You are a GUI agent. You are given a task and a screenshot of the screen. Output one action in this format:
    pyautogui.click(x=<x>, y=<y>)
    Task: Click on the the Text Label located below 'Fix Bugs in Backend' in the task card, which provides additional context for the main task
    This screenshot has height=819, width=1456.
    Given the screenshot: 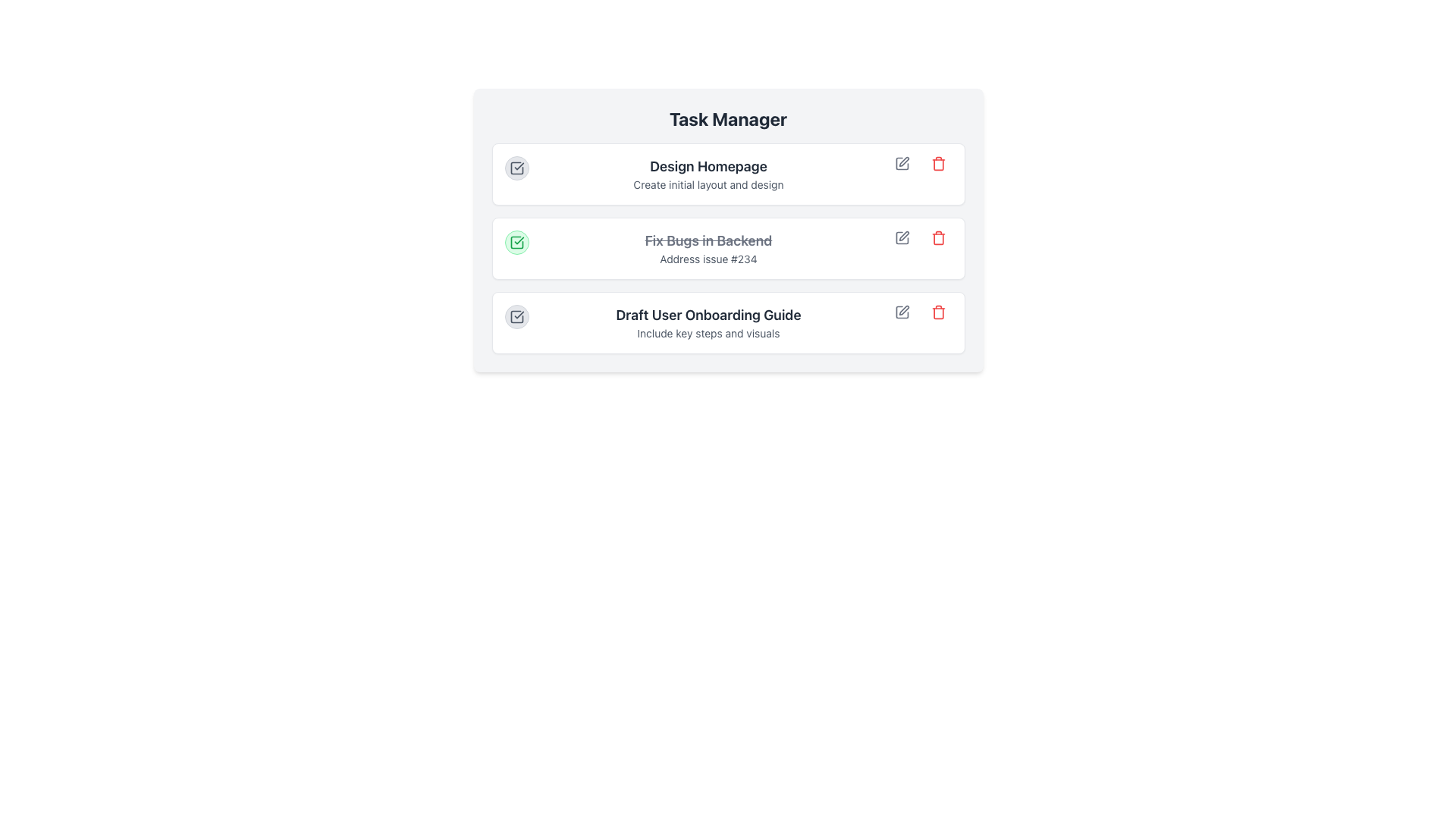 What is the action you would take?
    pyautogui.click(x=708, y=259)
    